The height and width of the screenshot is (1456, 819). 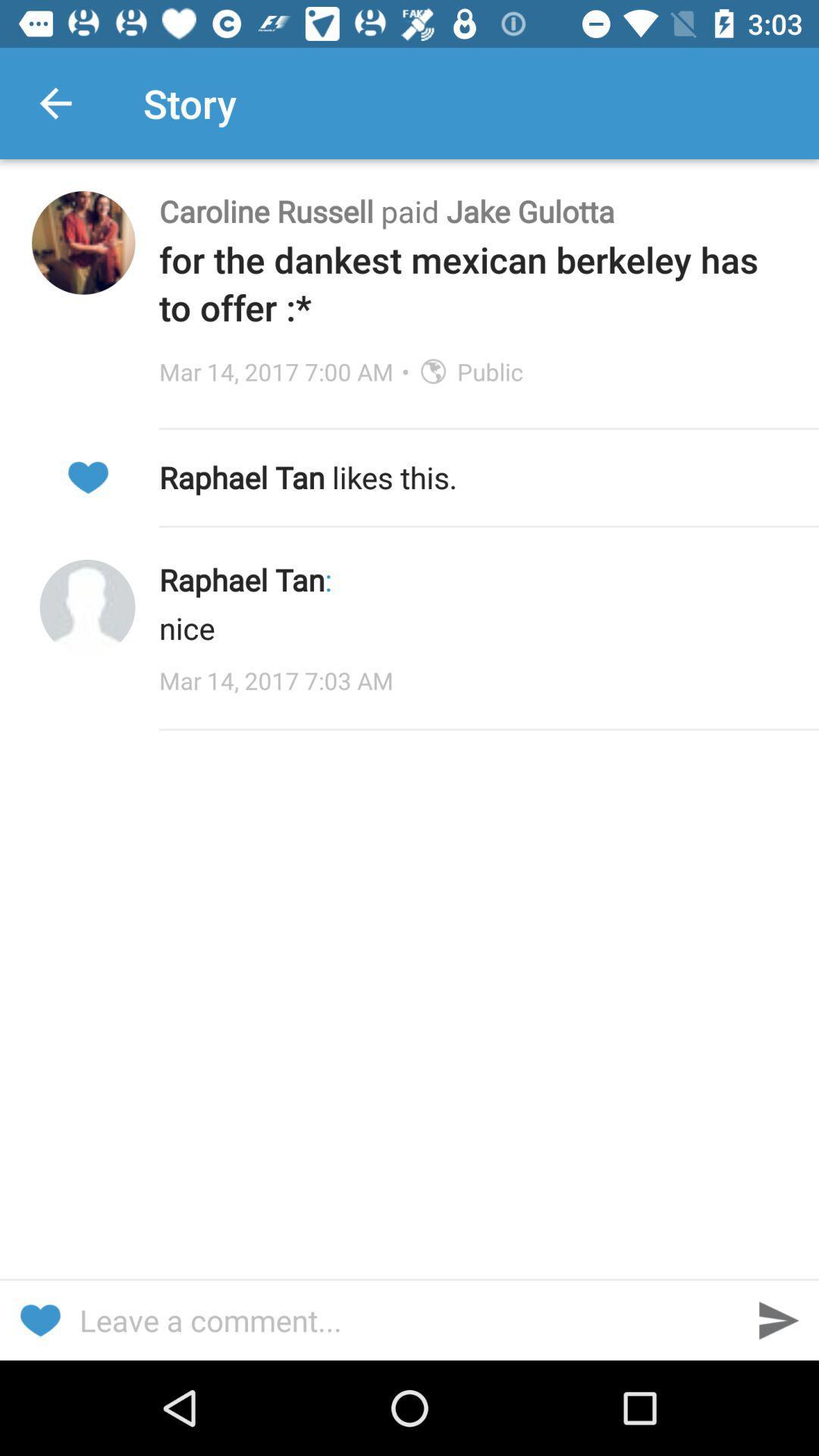 What do you see at coordinates (409, 1319) in the screenshot?
I see `leave a comment` at bounding box center [409, 1319].